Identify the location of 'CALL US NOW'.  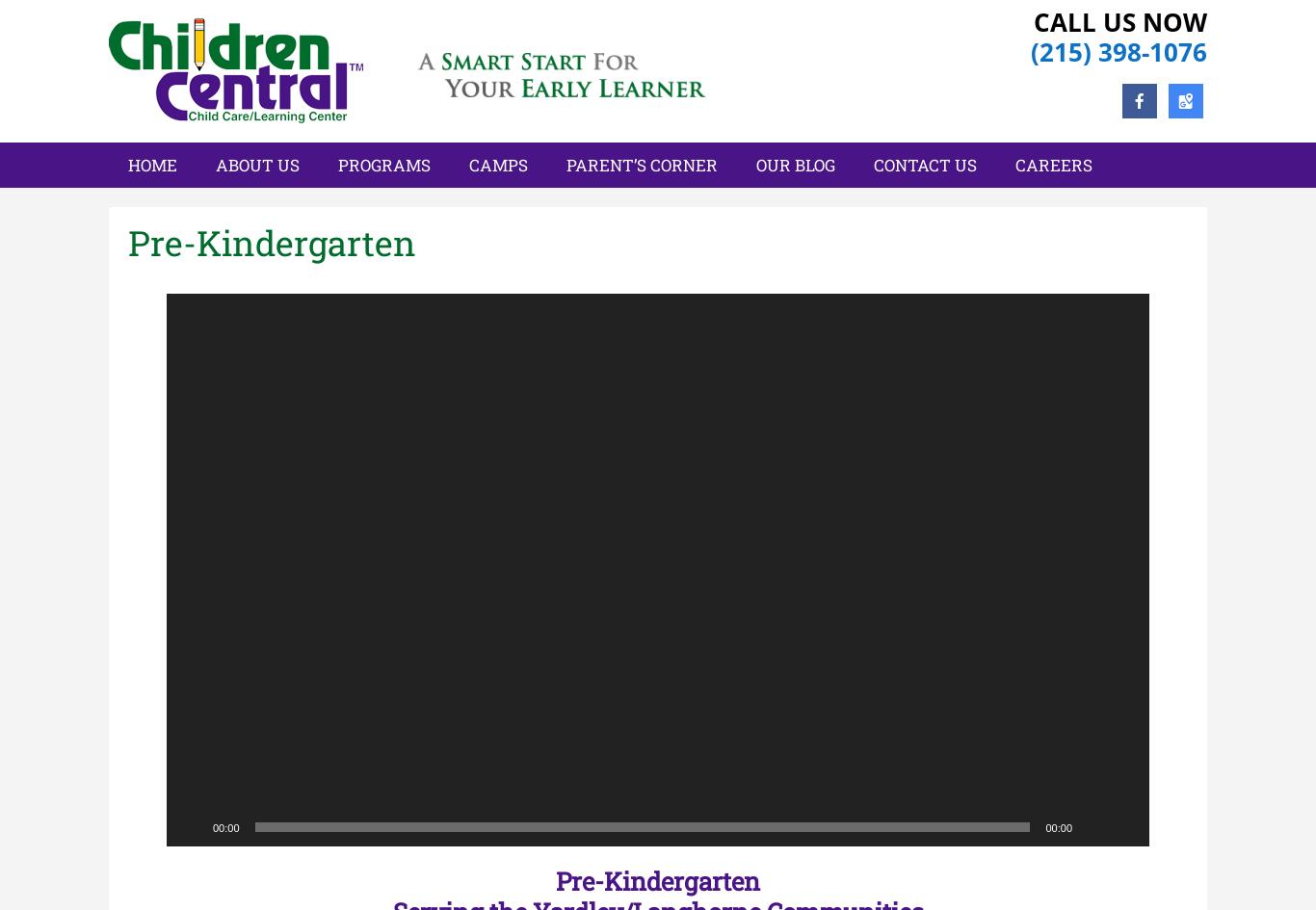
(1120, 21).